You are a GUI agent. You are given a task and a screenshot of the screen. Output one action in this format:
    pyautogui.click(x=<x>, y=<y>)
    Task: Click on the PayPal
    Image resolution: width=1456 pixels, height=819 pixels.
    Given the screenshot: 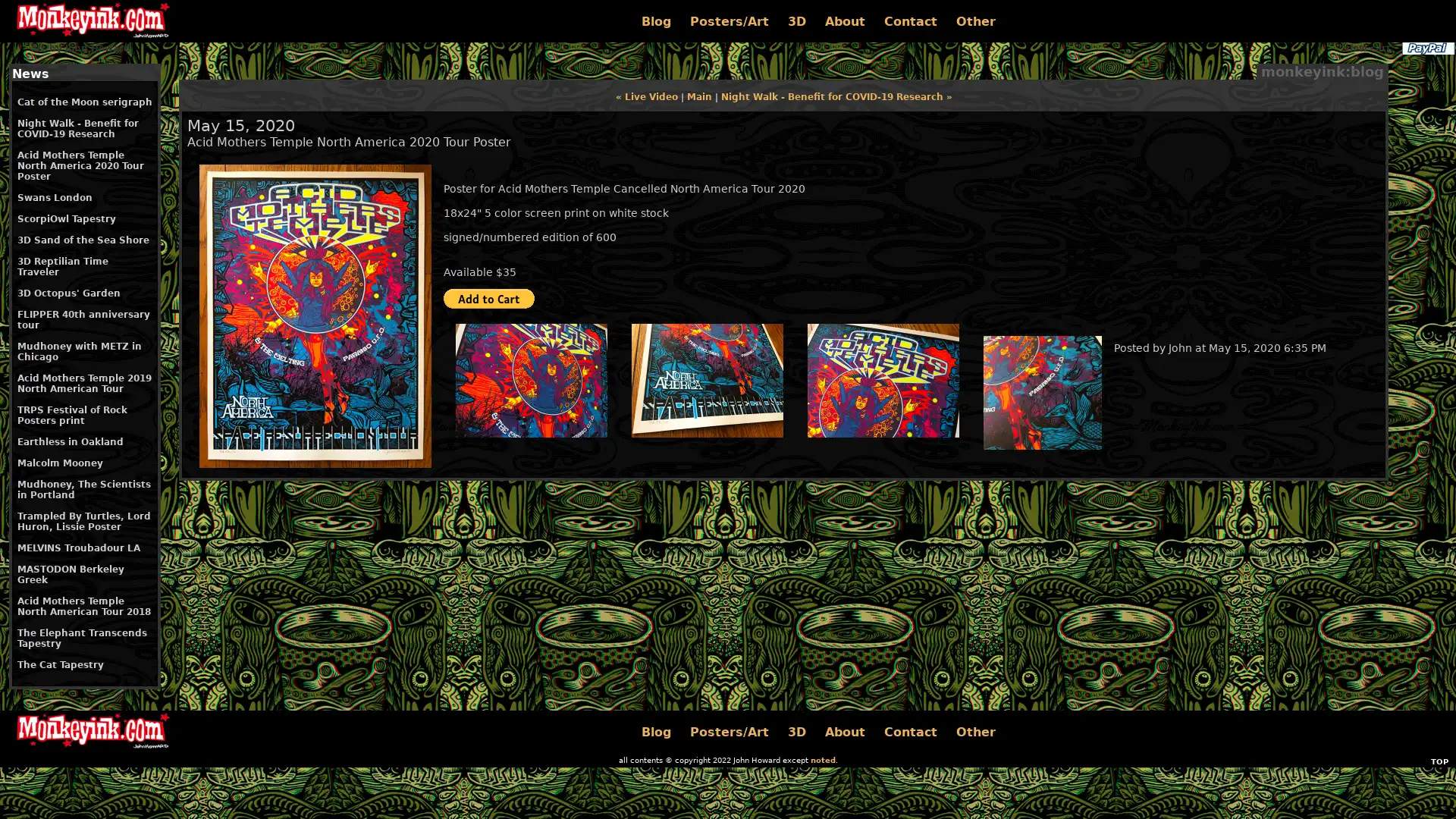 What is the action you would take?
    pyautogui.click(x=1426, y=48)
    